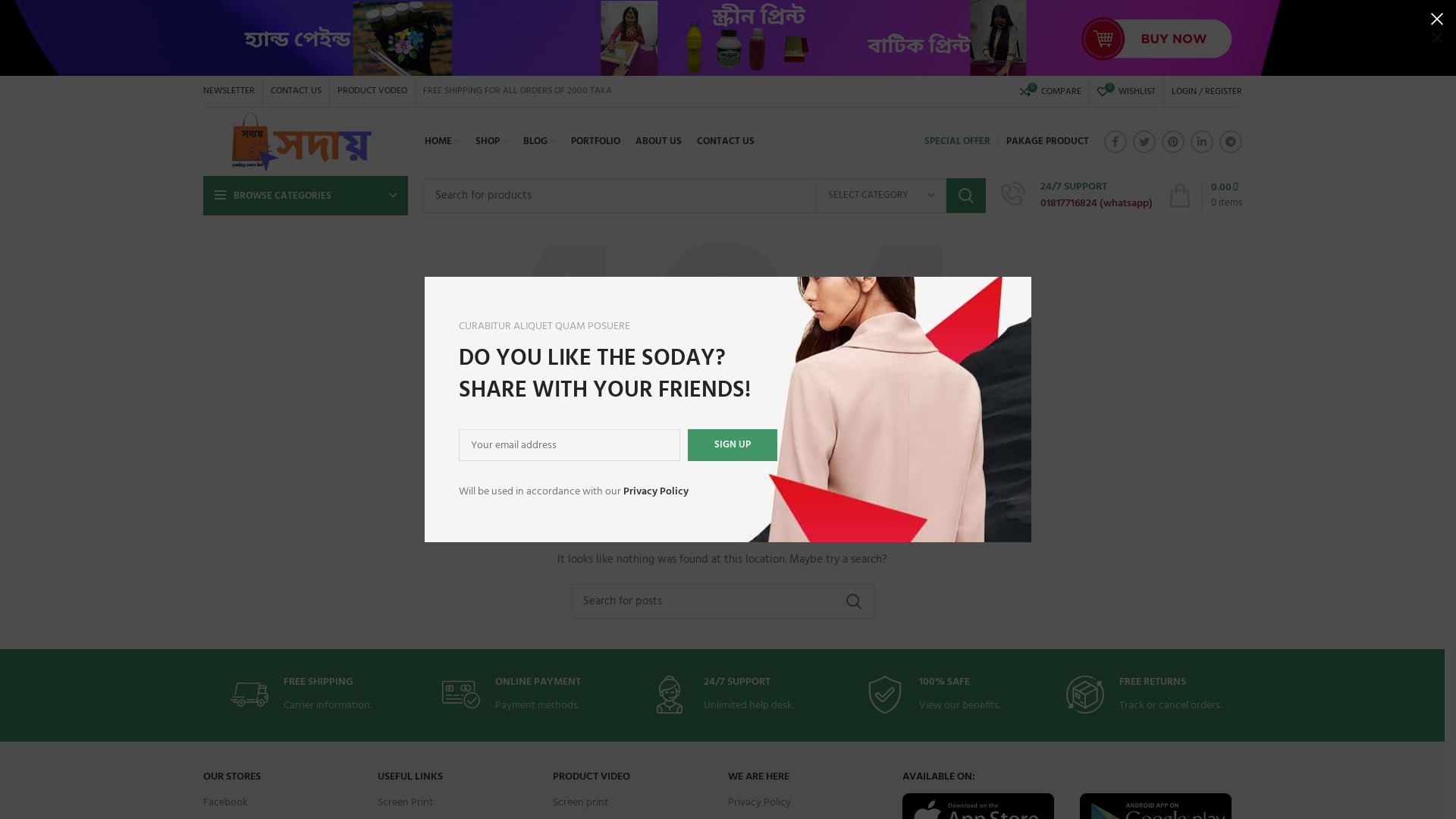 Image resolution: width=1456 pixels, height=819 pixels. What do you see at coordinates (301, 695) in the screenshot?
I see `'FREE SHIPPING` at bounding box center [301, 695].